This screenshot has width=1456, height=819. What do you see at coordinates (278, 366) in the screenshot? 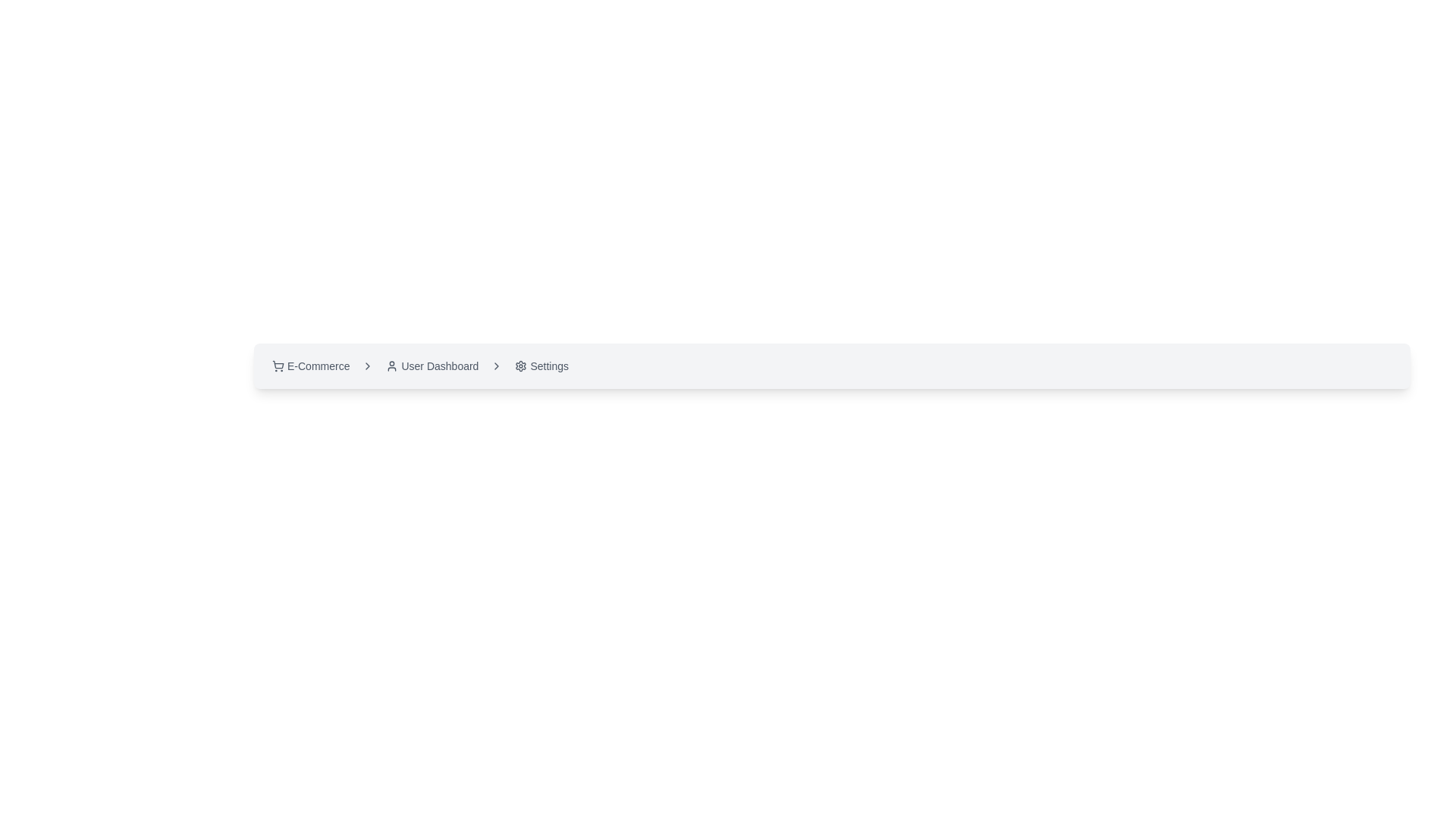
I see `the e-commerce icon located in the breadcrumb bar, which visually represents the e-commerce section of the application` at bounding box center [278, 366].